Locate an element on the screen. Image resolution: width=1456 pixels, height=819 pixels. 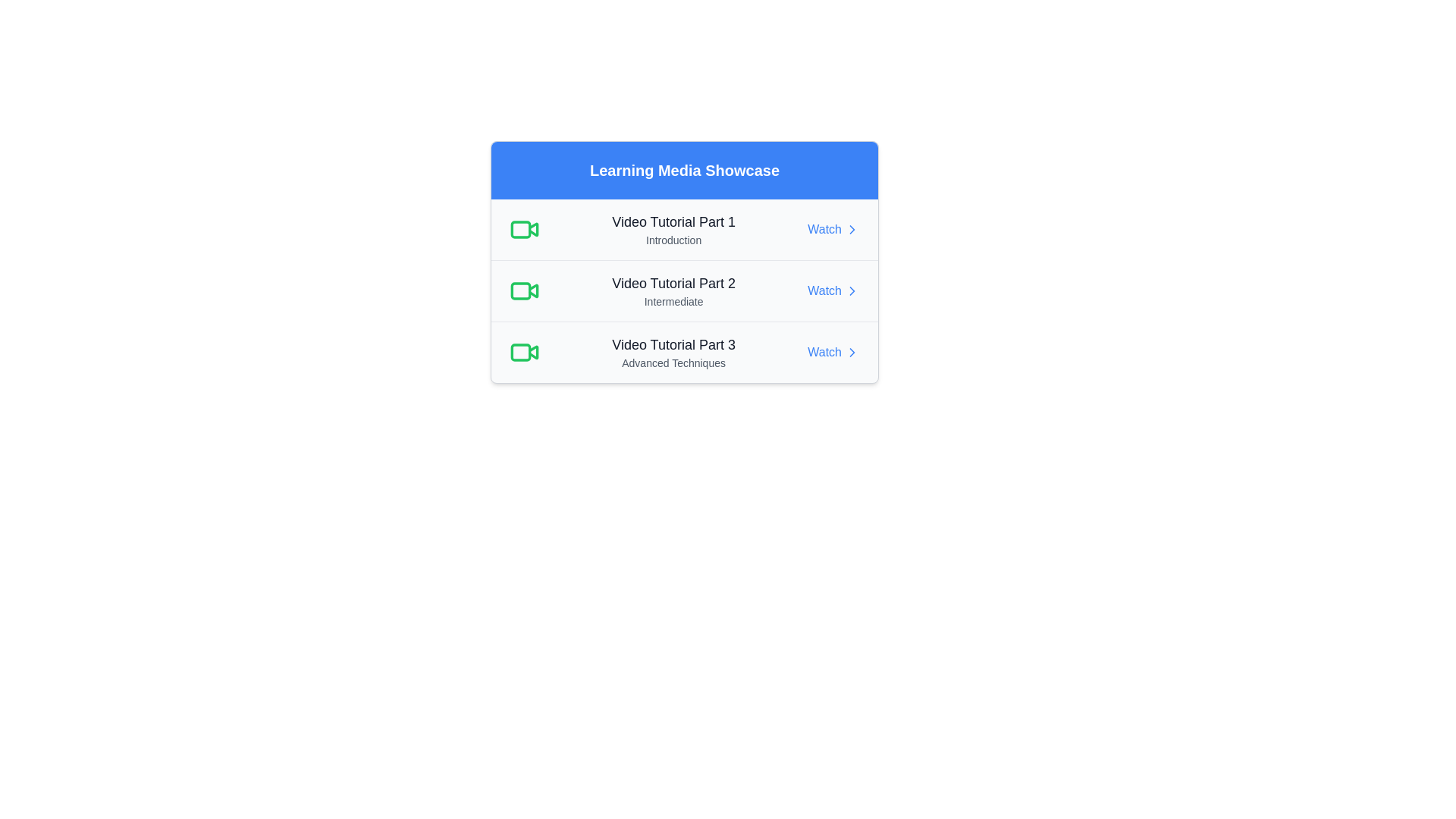
the text label displaying 'Video Tutorial Part 3' with the subheader 'Advanced Techniques' is located at coordinates (673, 353).